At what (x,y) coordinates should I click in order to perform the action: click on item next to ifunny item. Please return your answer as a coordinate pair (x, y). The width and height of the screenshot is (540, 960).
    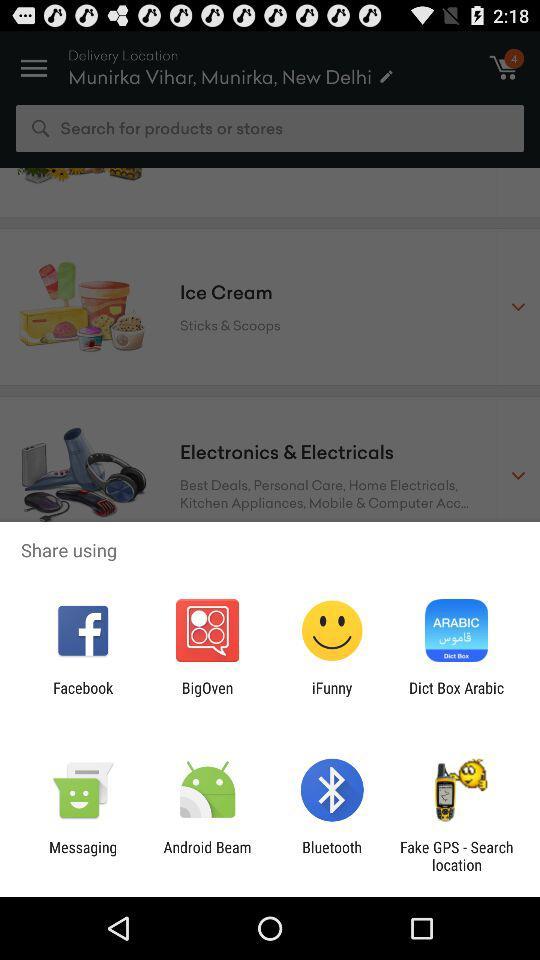
    Looking at the image, I should click on (456, 696).